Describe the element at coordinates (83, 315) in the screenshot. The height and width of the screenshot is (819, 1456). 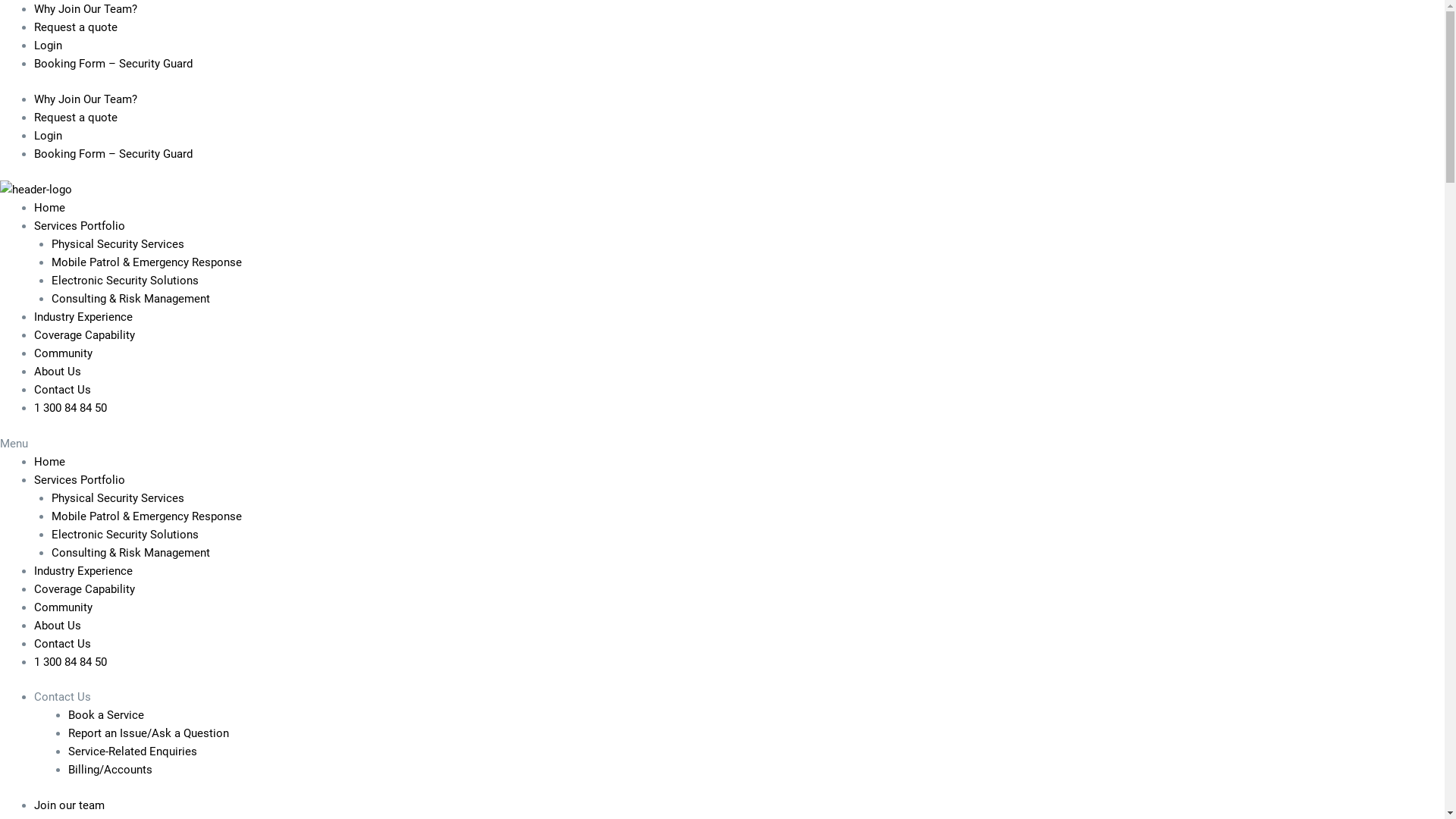
I see `'Industry Experience'` at that location.